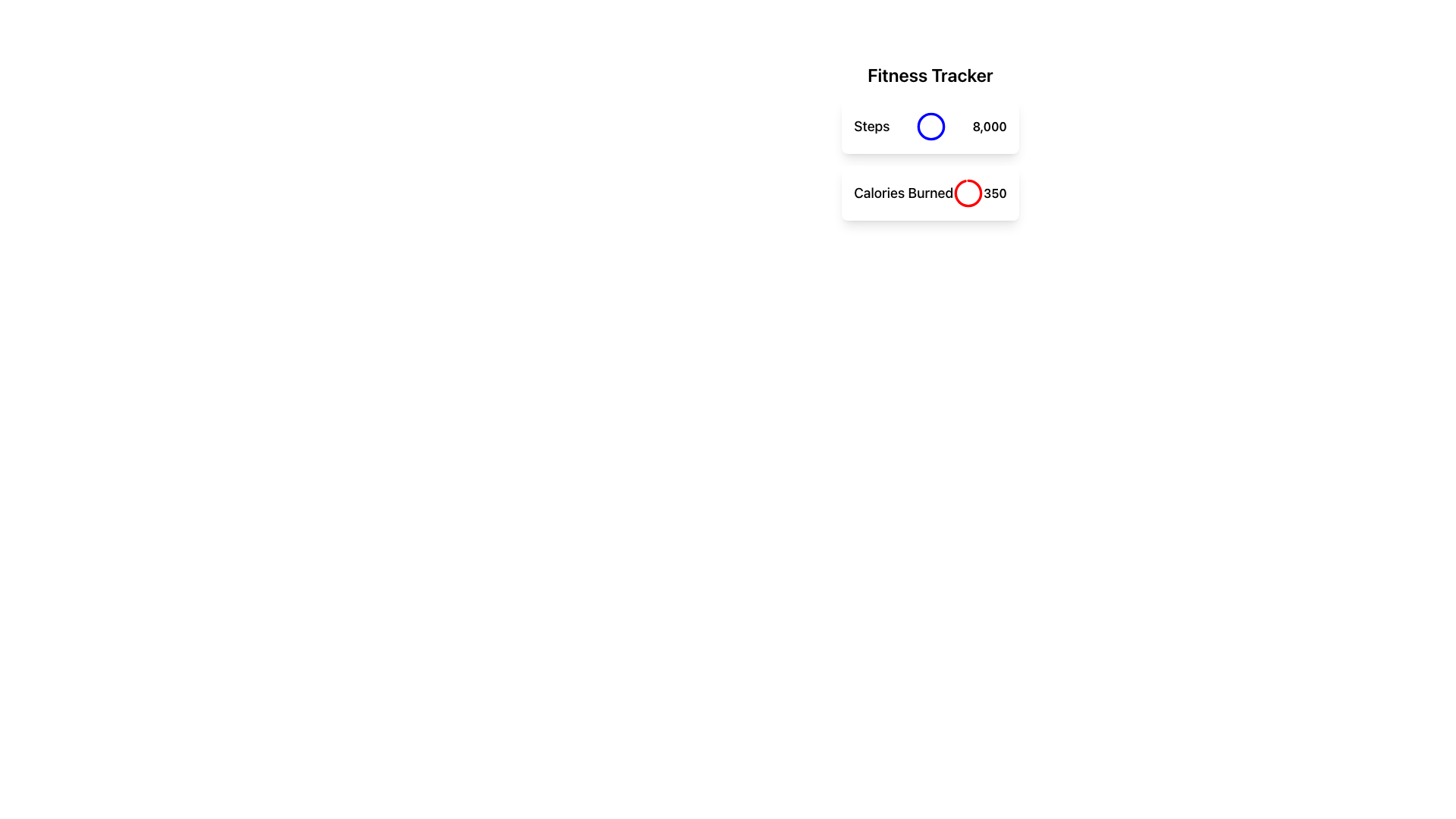 The height and width of the screenshot is (819, 1456). Describe the element at coordinates (930, 125) in the screenshot. I see `SVG Circle element that serves as a visual indicator for the 'Steps' section in the Fitness Tracker interface` at that location.